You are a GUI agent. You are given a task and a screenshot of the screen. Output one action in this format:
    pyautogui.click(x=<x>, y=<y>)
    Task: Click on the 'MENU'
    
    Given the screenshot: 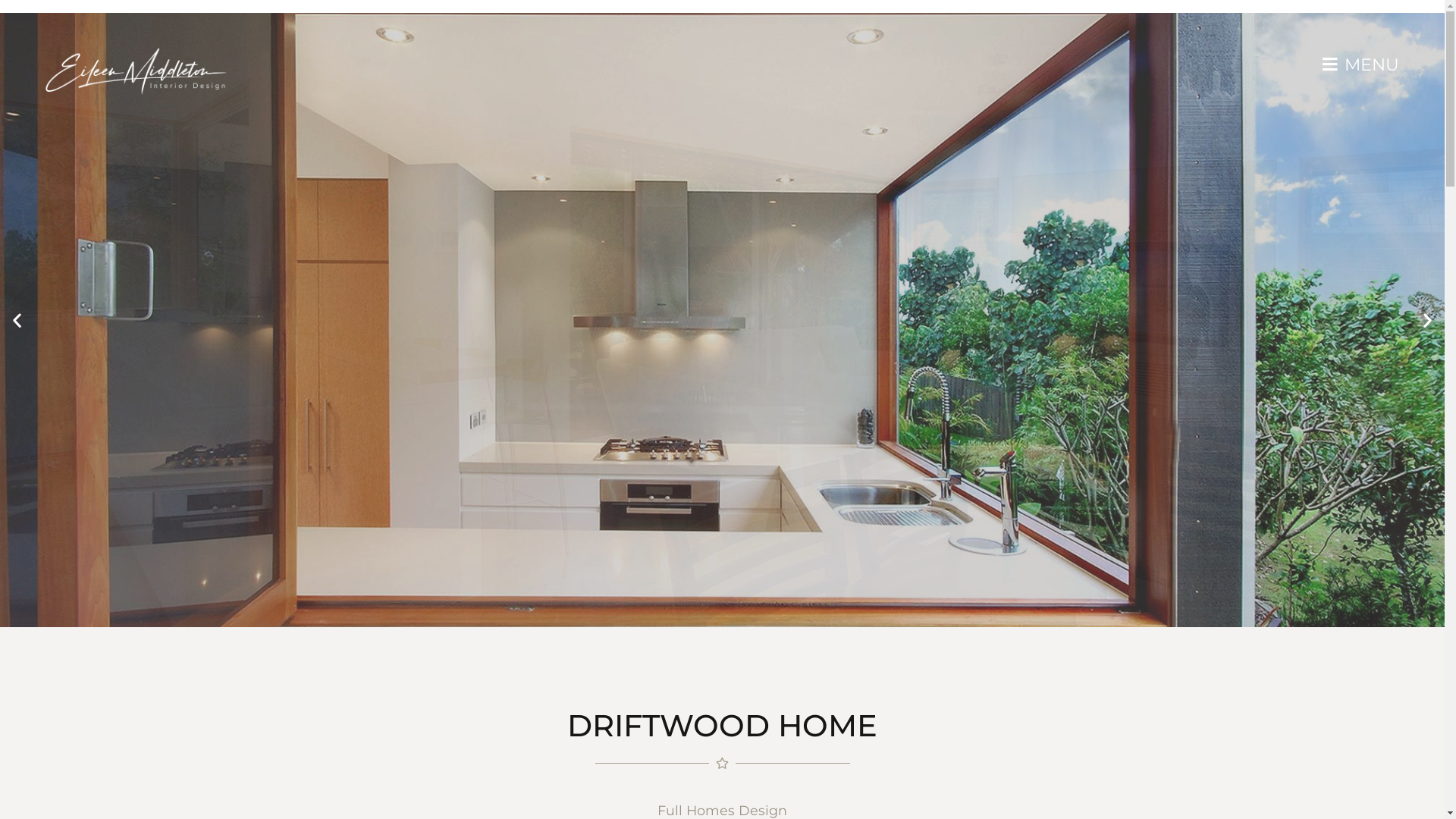 What is the action you would take?
    pyautogui.click(x=1360, y=63)
    